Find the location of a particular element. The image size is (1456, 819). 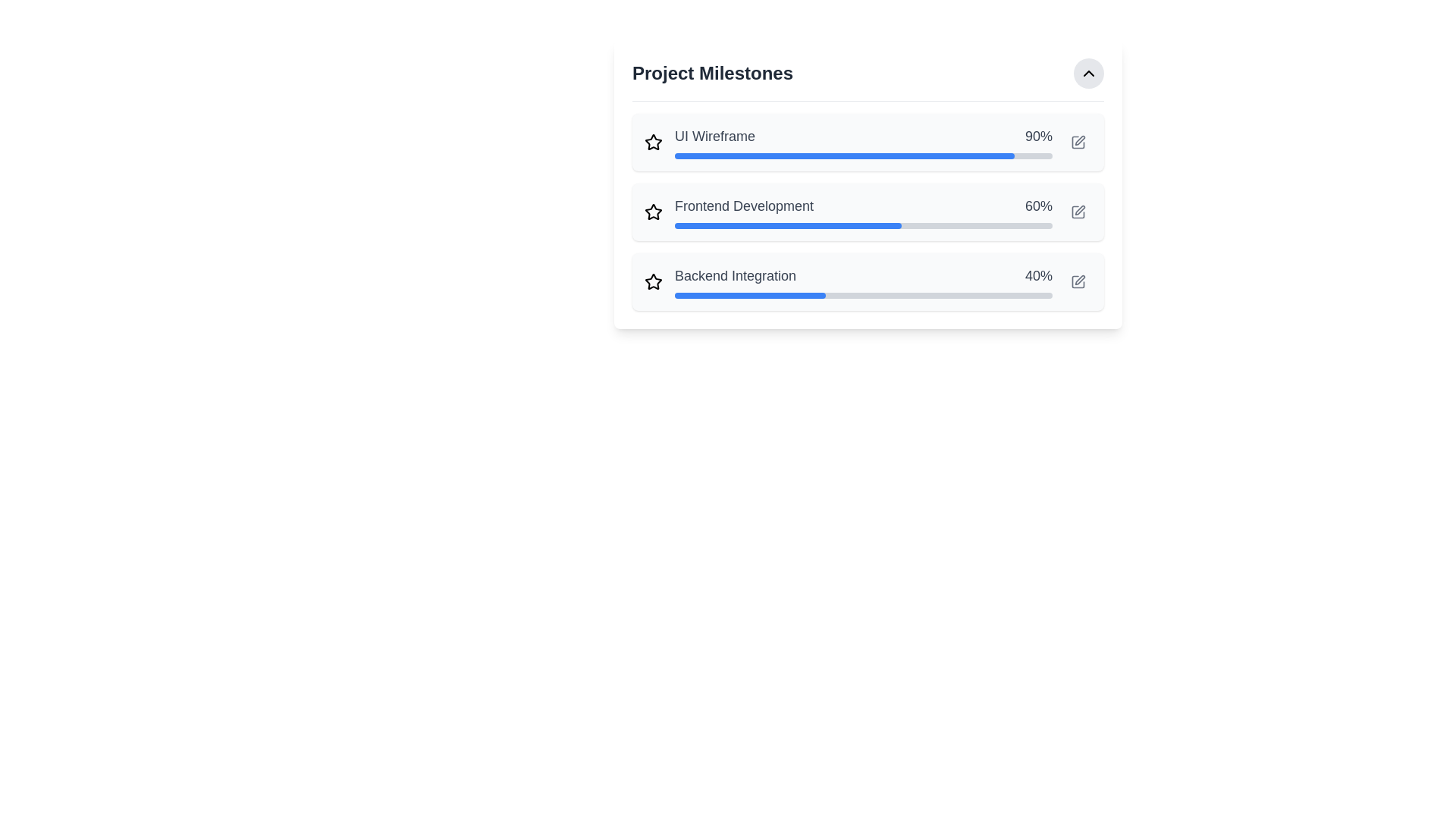

the small gray pen icon located at the upper-right corner of the first milestone entry next to the '90%' progress percentage for 'UI Wireframe' to trigger the color change effect is located at coordinates (1077, 143).